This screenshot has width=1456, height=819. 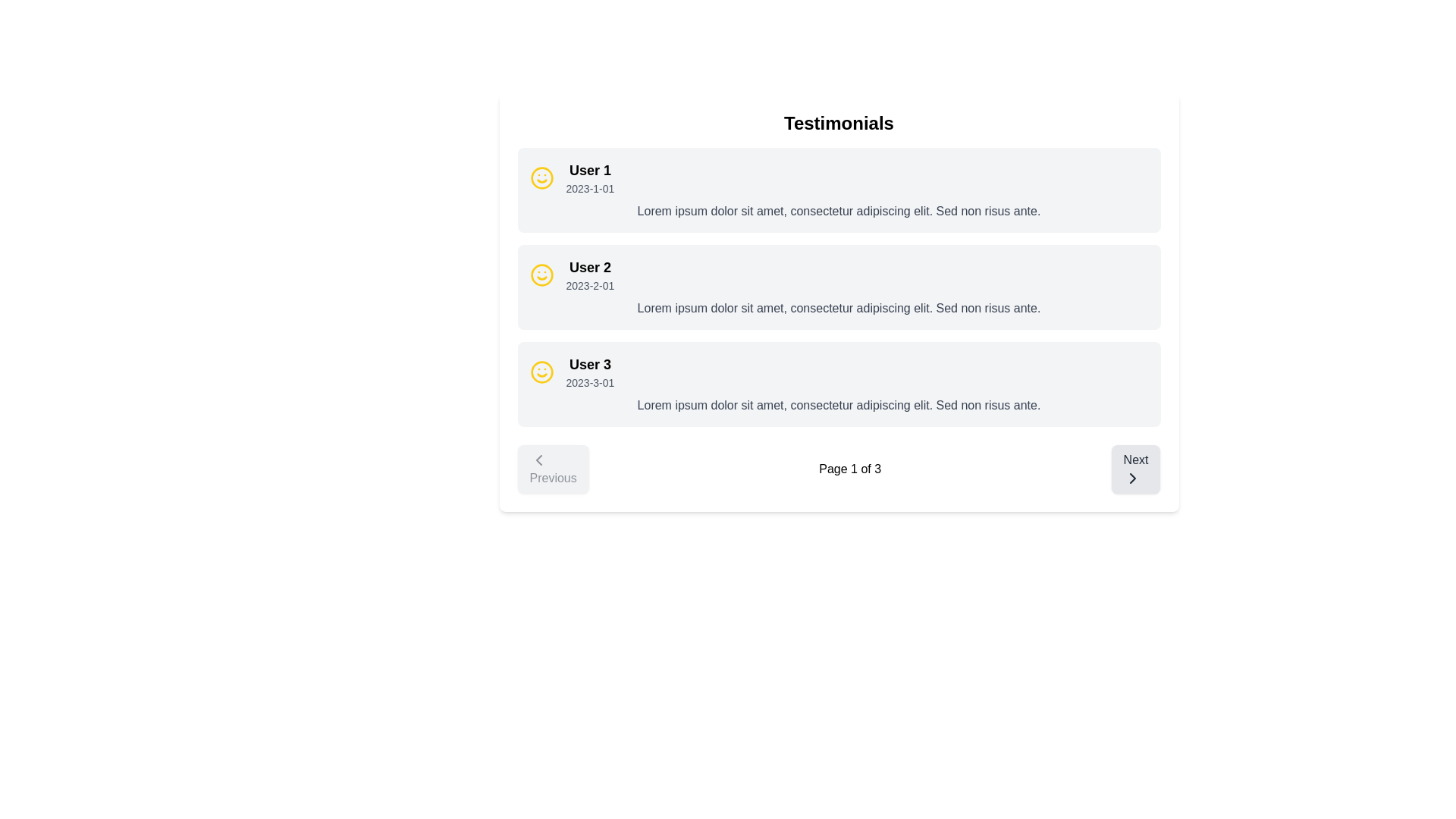 What do you see at coordinates (541, 275) in the screenshot?
I see `the circular outline of the smiley face icon associated with 'User 2' in the testimonials list` at bounding box center [541, 275].